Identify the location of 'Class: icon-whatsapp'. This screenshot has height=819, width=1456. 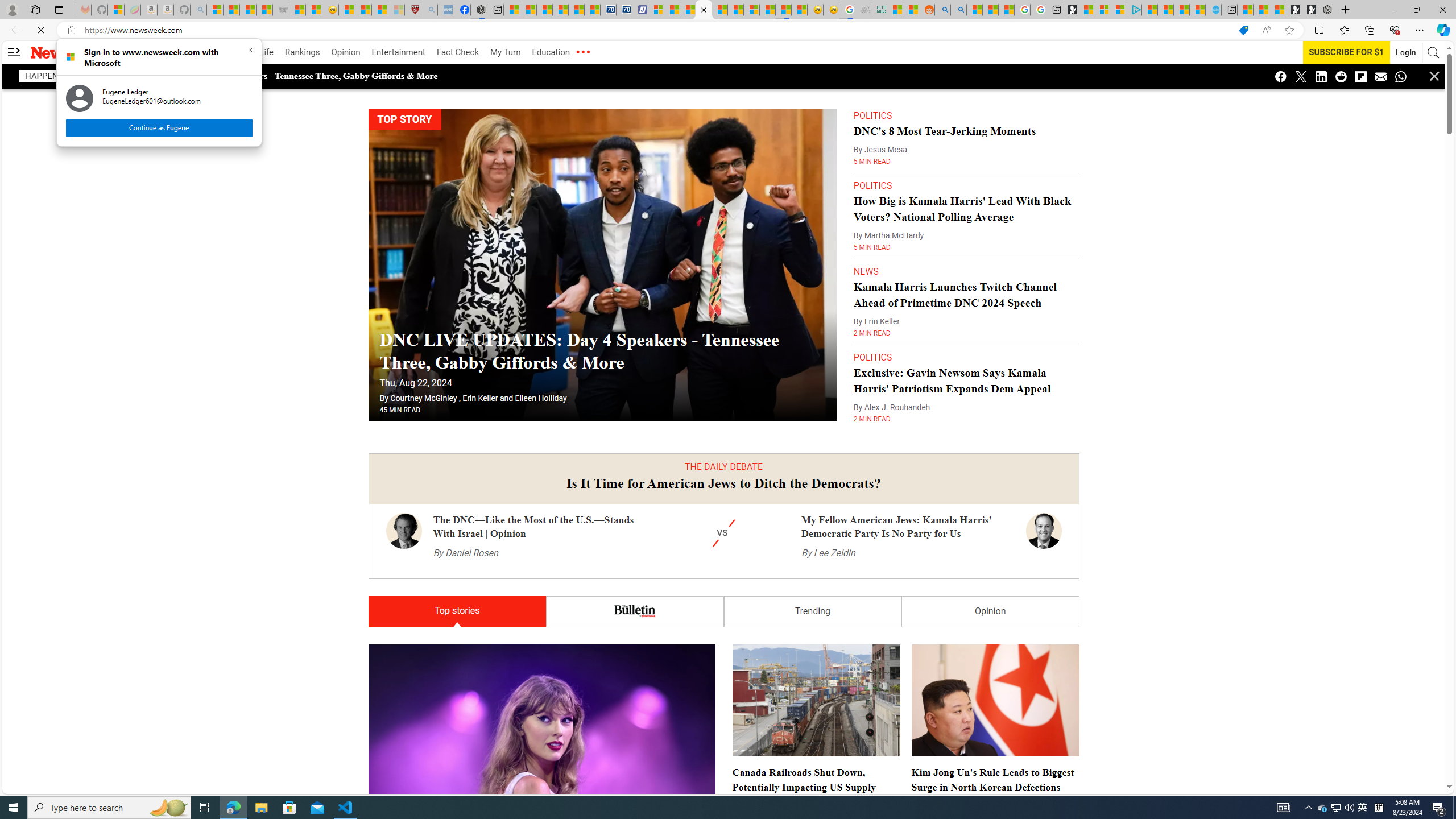
(1400, 76).